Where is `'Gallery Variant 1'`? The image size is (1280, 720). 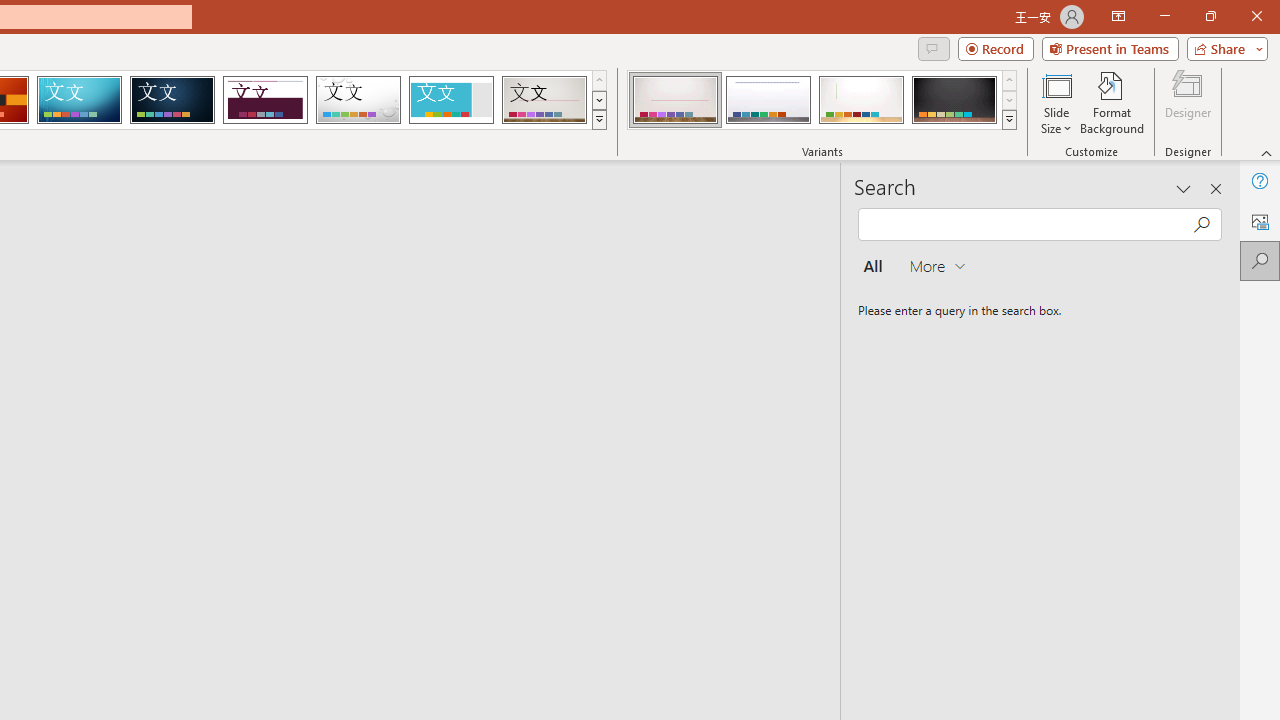 'Gallery Variant 1' is located at coordinates (675, 100).